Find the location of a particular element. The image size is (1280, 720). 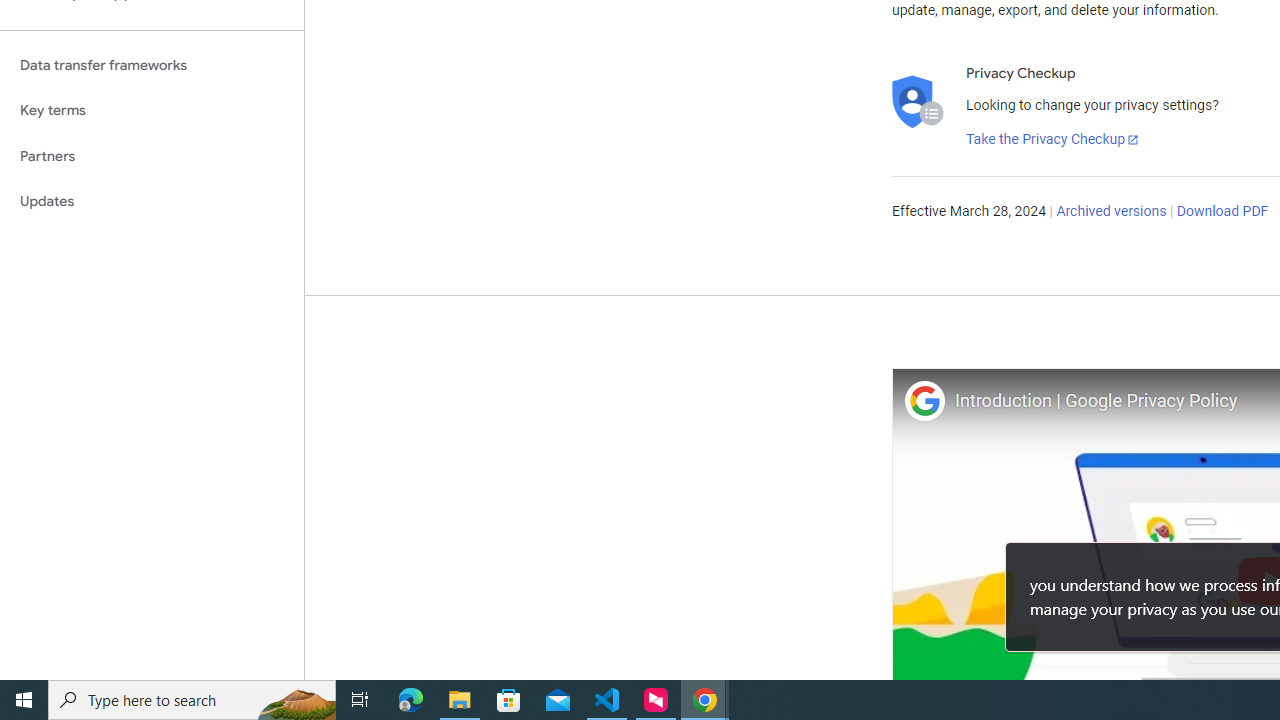

'Download PDF' is located at coordinates (1221, 212).